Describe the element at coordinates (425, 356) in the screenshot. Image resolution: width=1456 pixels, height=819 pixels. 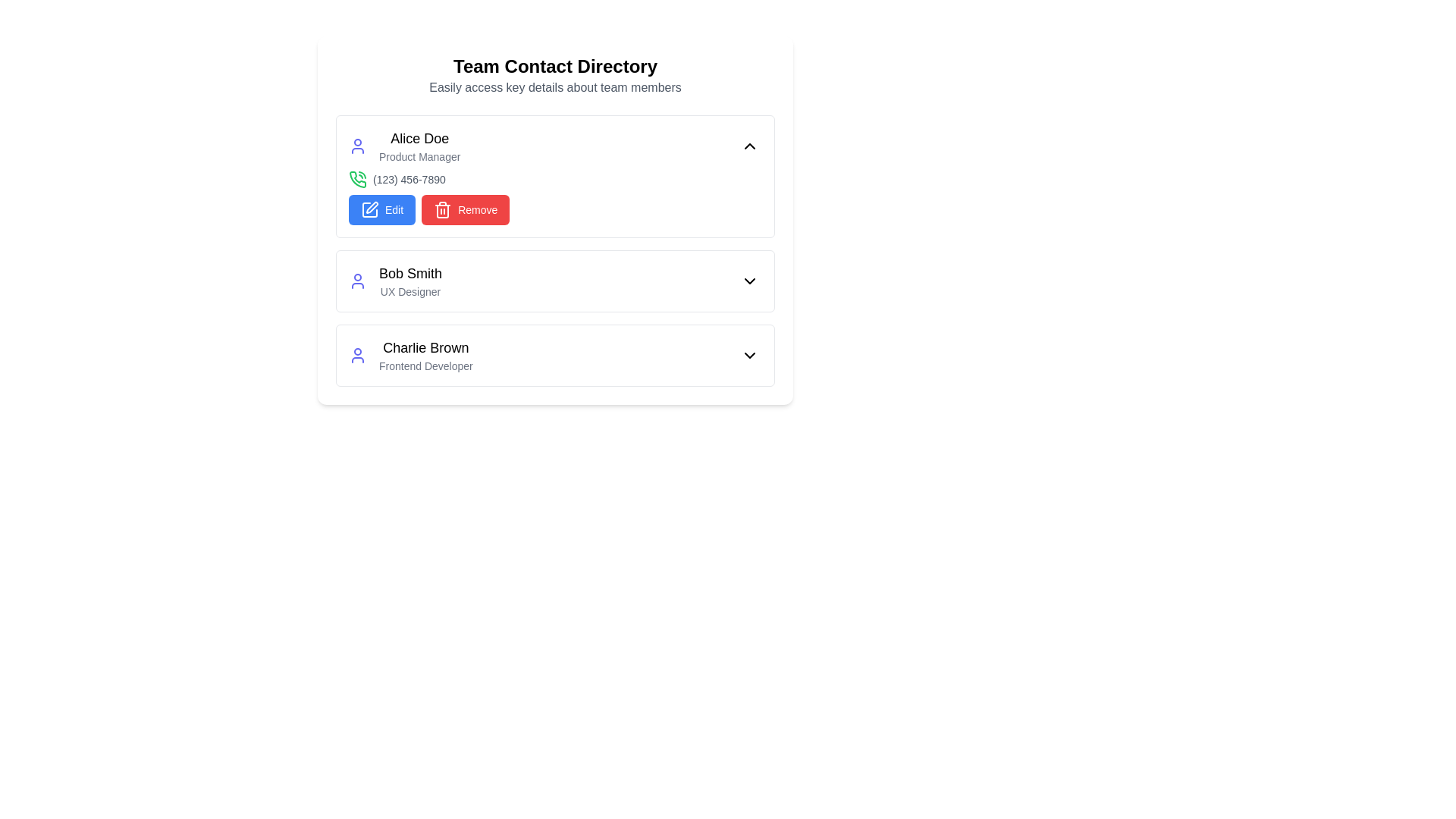
I see `text display for team member 'Charlie Brown', who is identified as a Frontend Developer, located as the third card in the vertical list of contact cards` at that location.